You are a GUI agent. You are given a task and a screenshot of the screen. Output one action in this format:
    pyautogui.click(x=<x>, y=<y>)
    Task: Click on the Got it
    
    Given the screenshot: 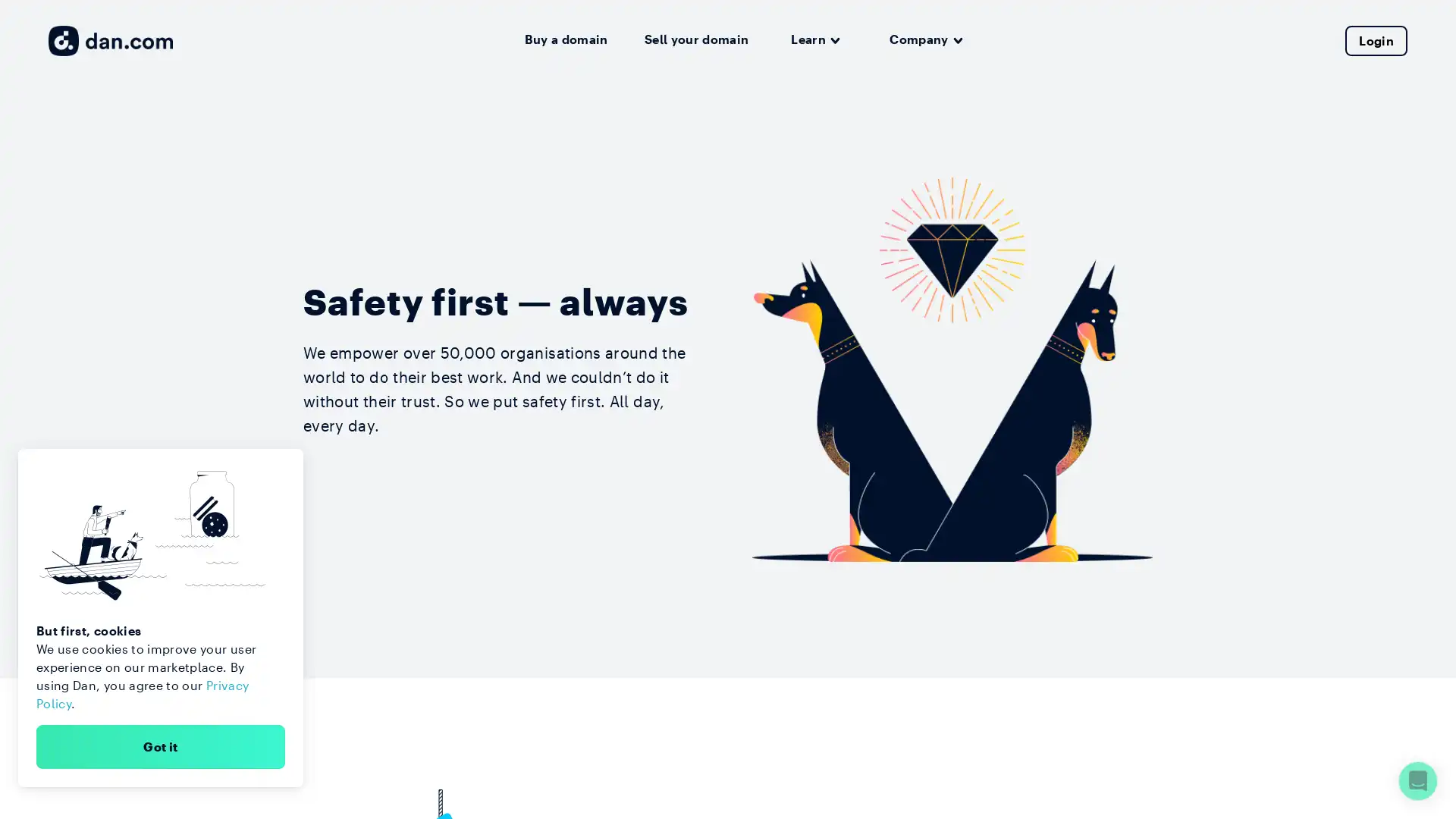 What is the action you would take?
    pyautogui.click(x=160, y=745)
    